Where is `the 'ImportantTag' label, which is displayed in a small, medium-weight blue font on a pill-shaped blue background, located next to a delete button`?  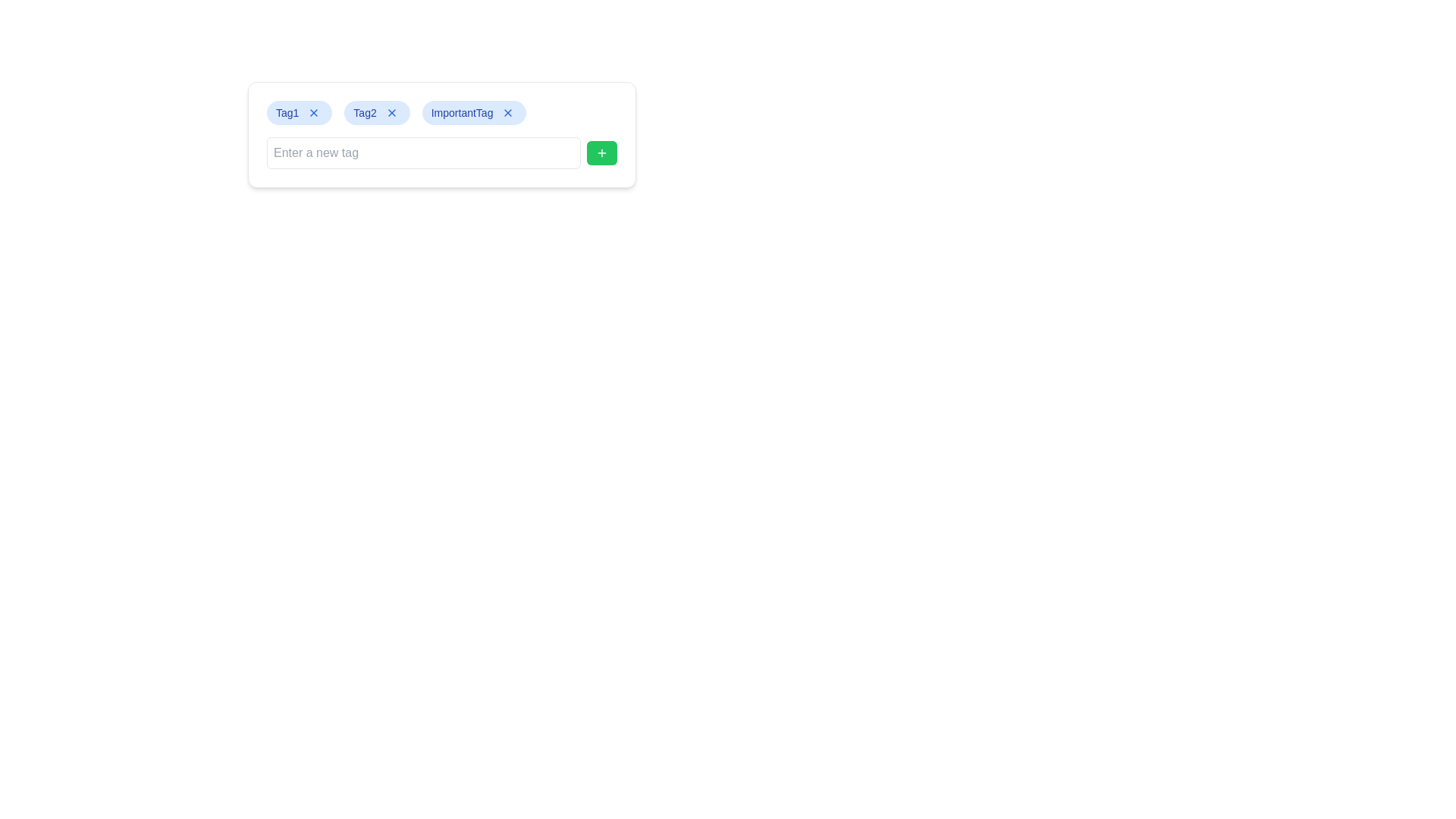
the 'ImportantTag' label, which is displayed in a small, medium-weight blue font on a pill-shaped blue background, located next to a delete button is located at coordinates (461, 112).